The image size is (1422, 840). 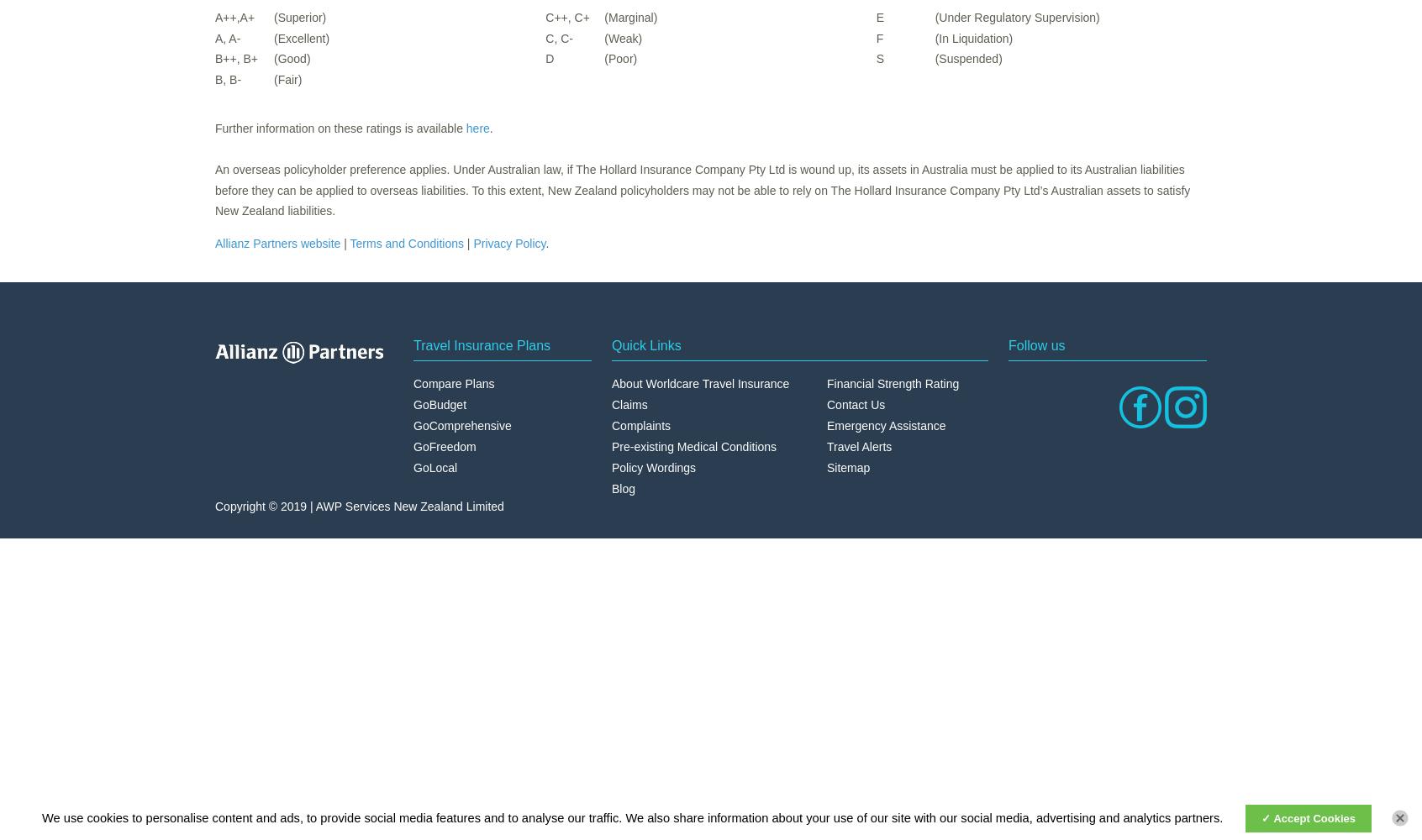 I want to click on 'Policy Wordings', so click(x=611, y=467).